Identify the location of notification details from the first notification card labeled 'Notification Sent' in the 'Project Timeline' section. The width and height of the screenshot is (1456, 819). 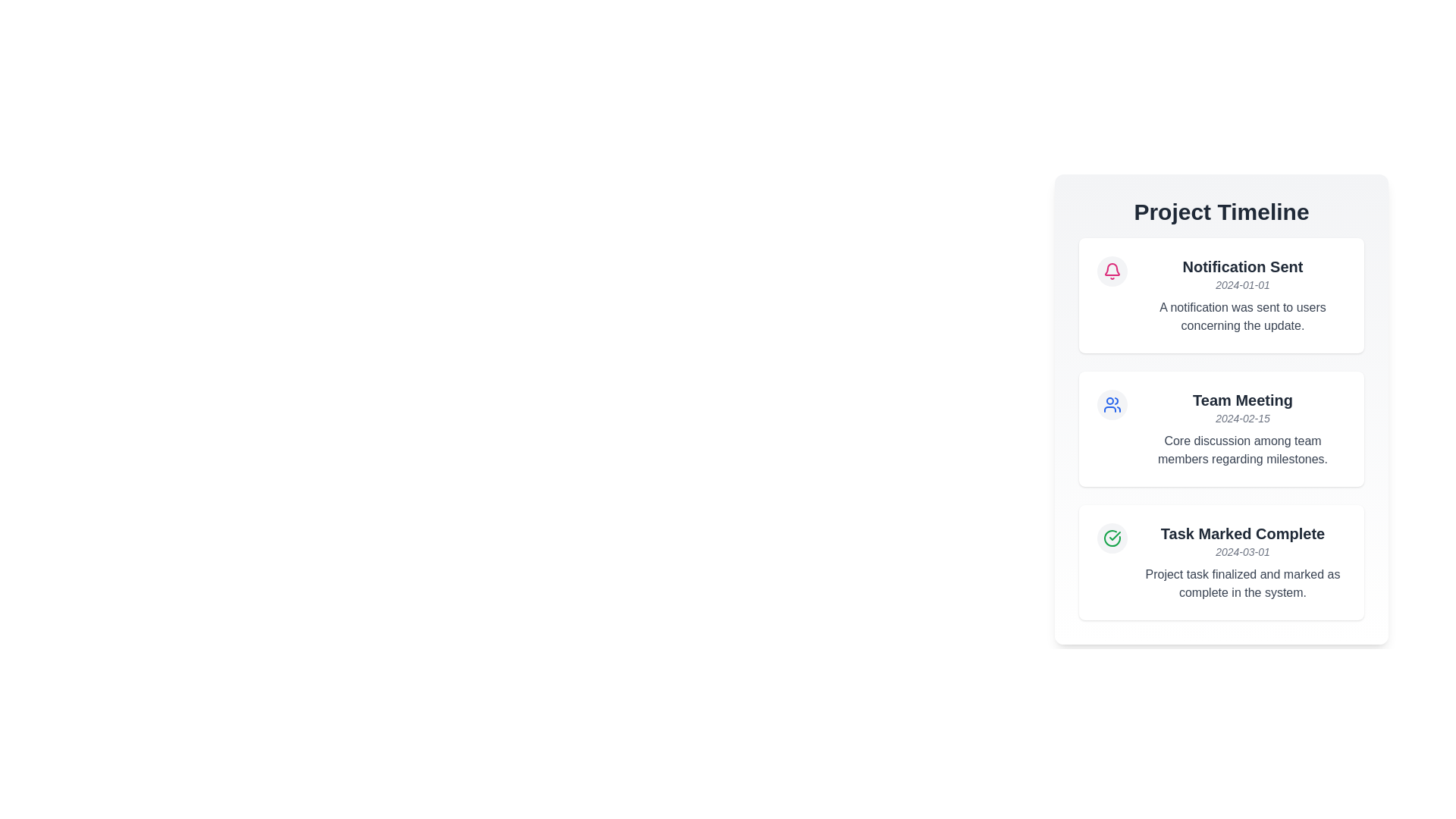
(1222, 295).